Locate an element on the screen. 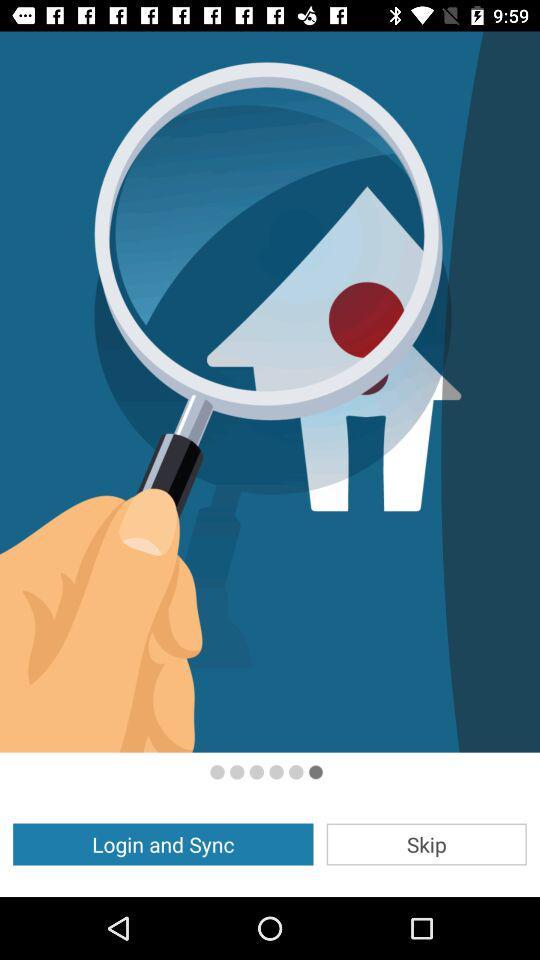  login and sync is located at coordinates (162, 843).